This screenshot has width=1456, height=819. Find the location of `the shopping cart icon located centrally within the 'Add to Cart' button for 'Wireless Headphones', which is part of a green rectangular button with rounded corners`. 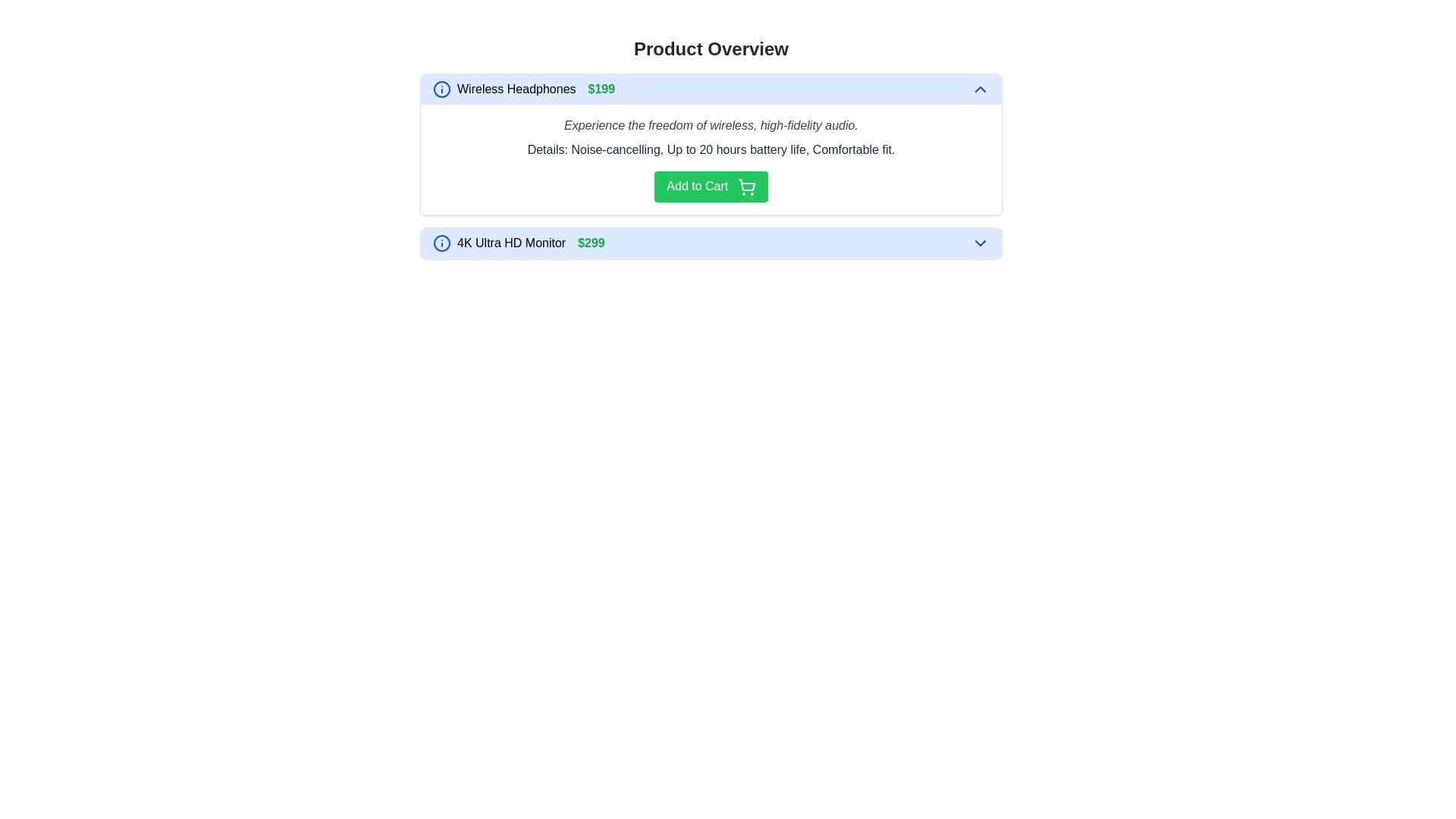

the shopping cart icon located centrally within the 'Add to Cart' button for 'Wireless Headphones', which is part of a green rectangular button with rounded corners is located at coordinates (746, 186).